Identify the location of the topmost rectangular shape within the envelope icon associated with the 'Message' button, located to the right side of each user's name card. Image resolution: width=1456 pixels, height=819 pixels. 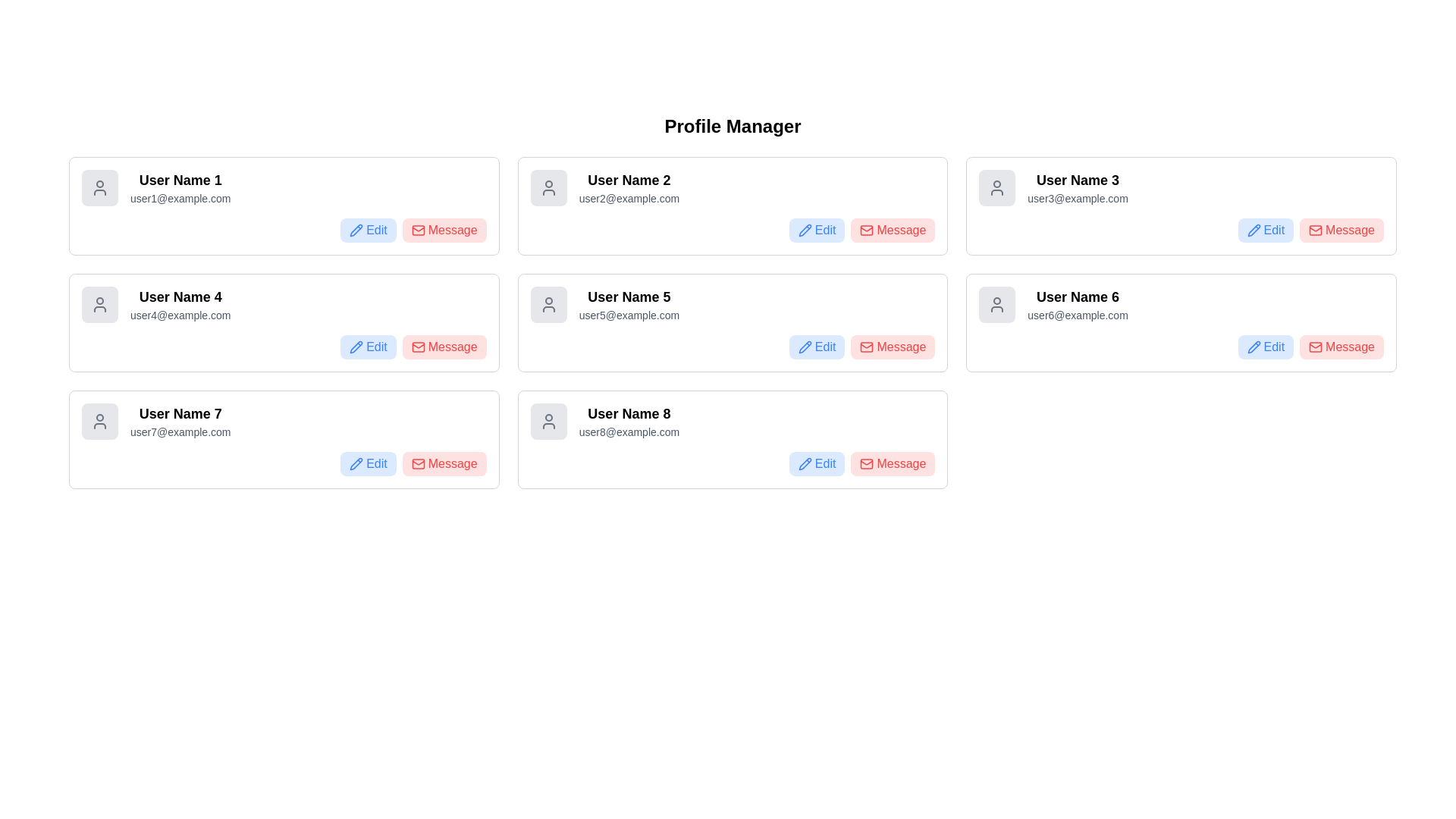
(867, 463).